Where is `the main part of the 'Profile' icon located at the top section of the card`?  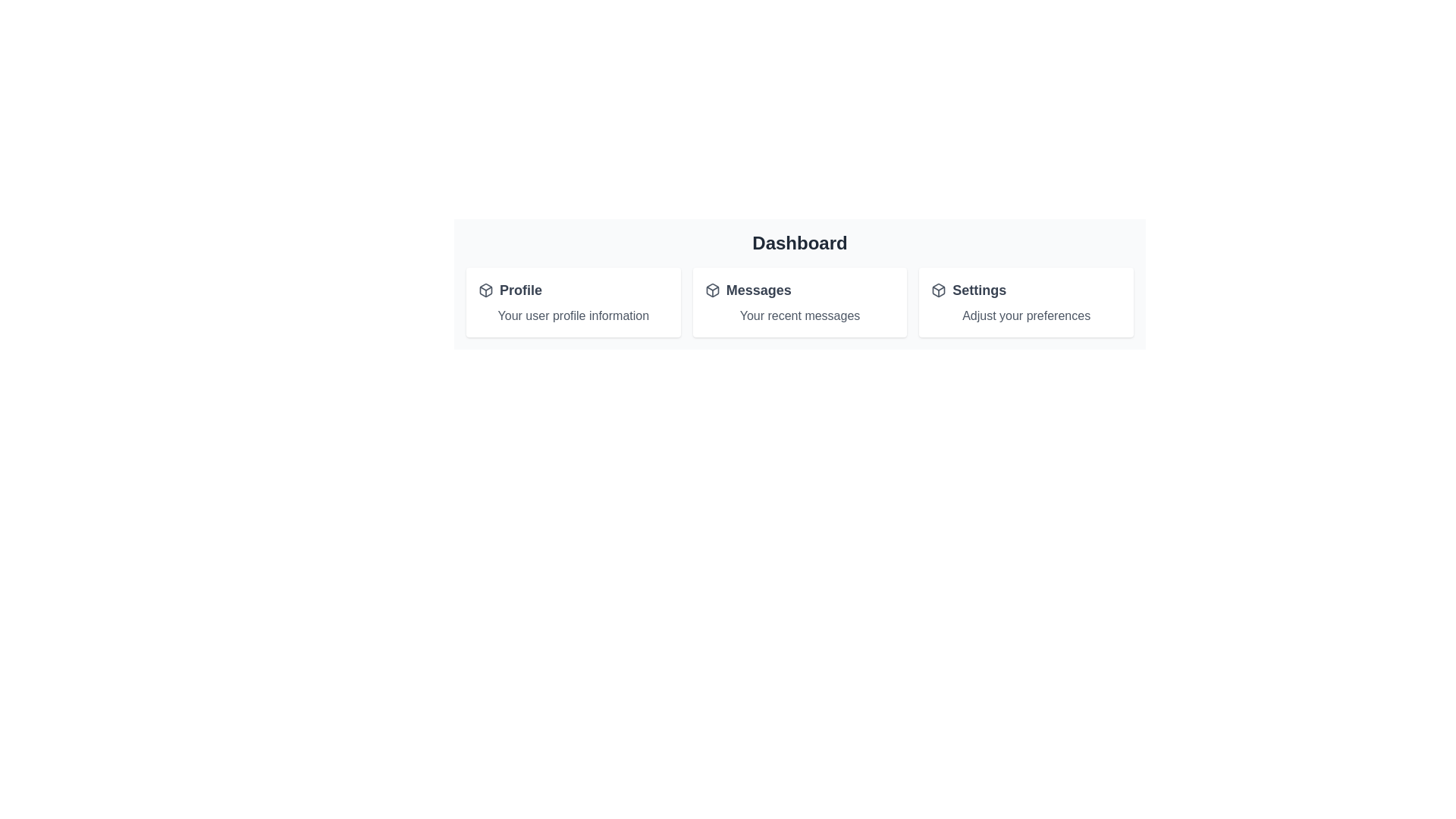 the main part of the 'Profile' icon located at the top section of the card is located at coordinates (486, 290).